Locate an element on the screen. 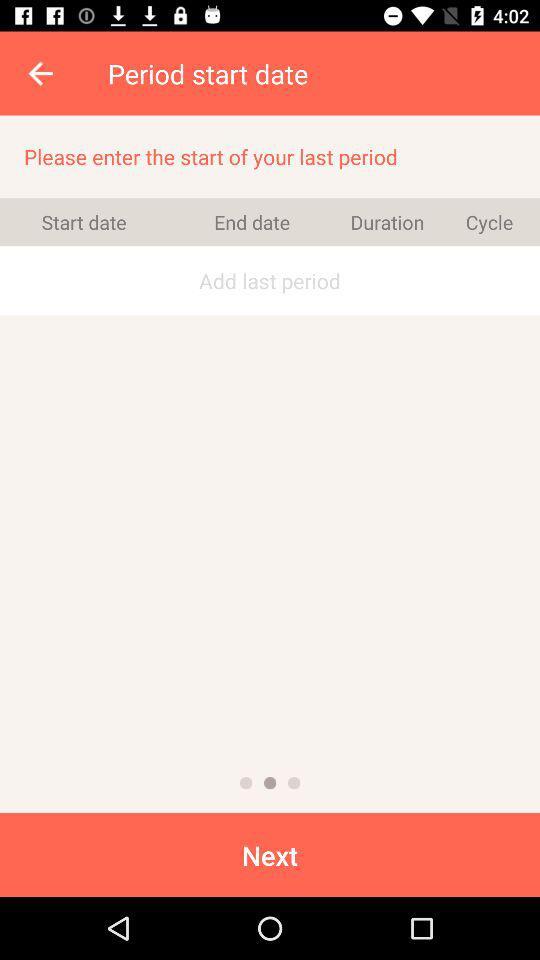 The height and width of the screenshot is (960, 540). the icon above next is located at coordinates (270, 783).